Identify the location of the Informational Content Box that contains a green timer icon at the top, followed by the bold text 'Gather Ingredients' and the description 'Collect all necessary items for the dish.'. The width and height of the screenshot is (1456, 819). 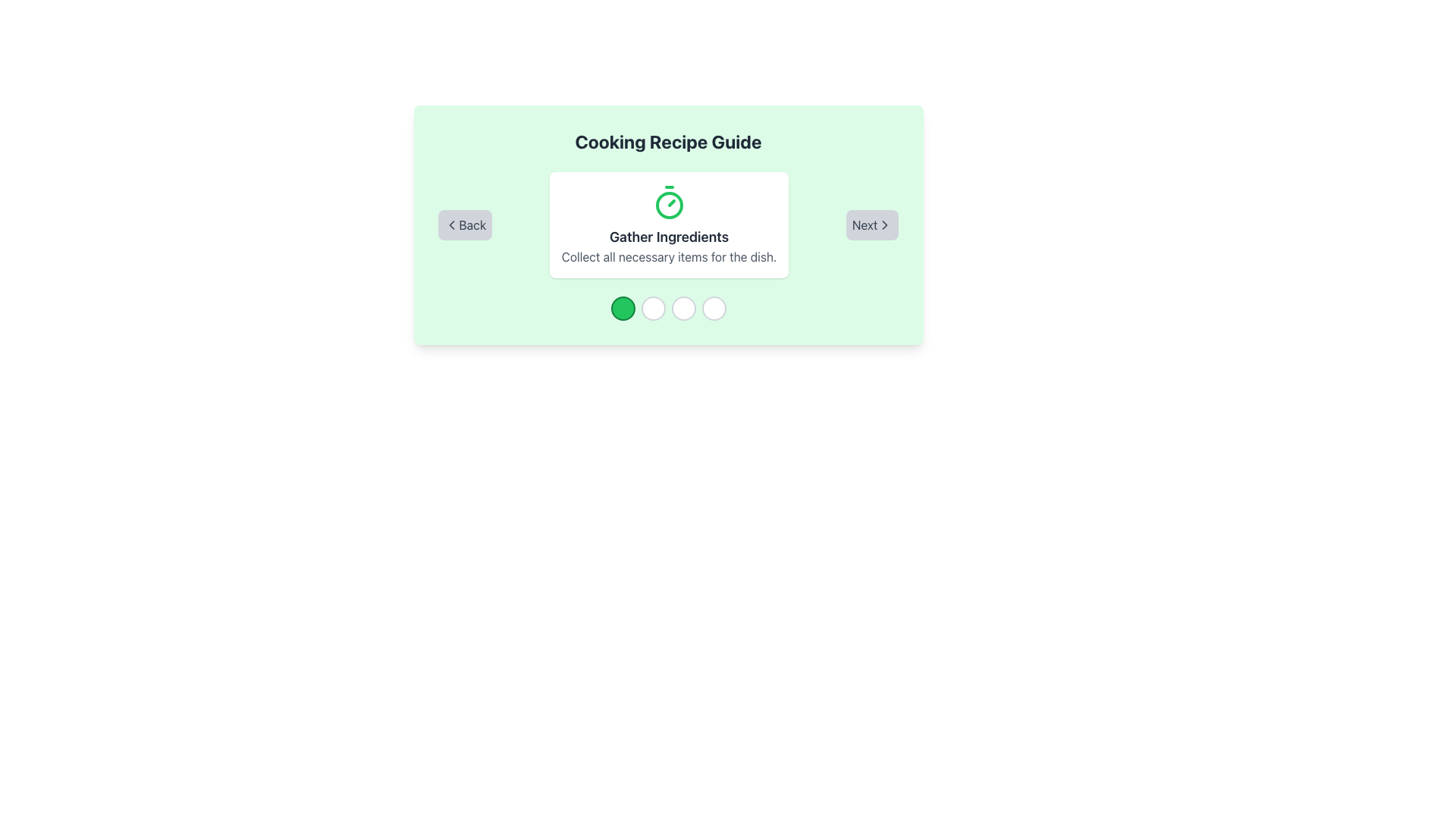
(668, 225).